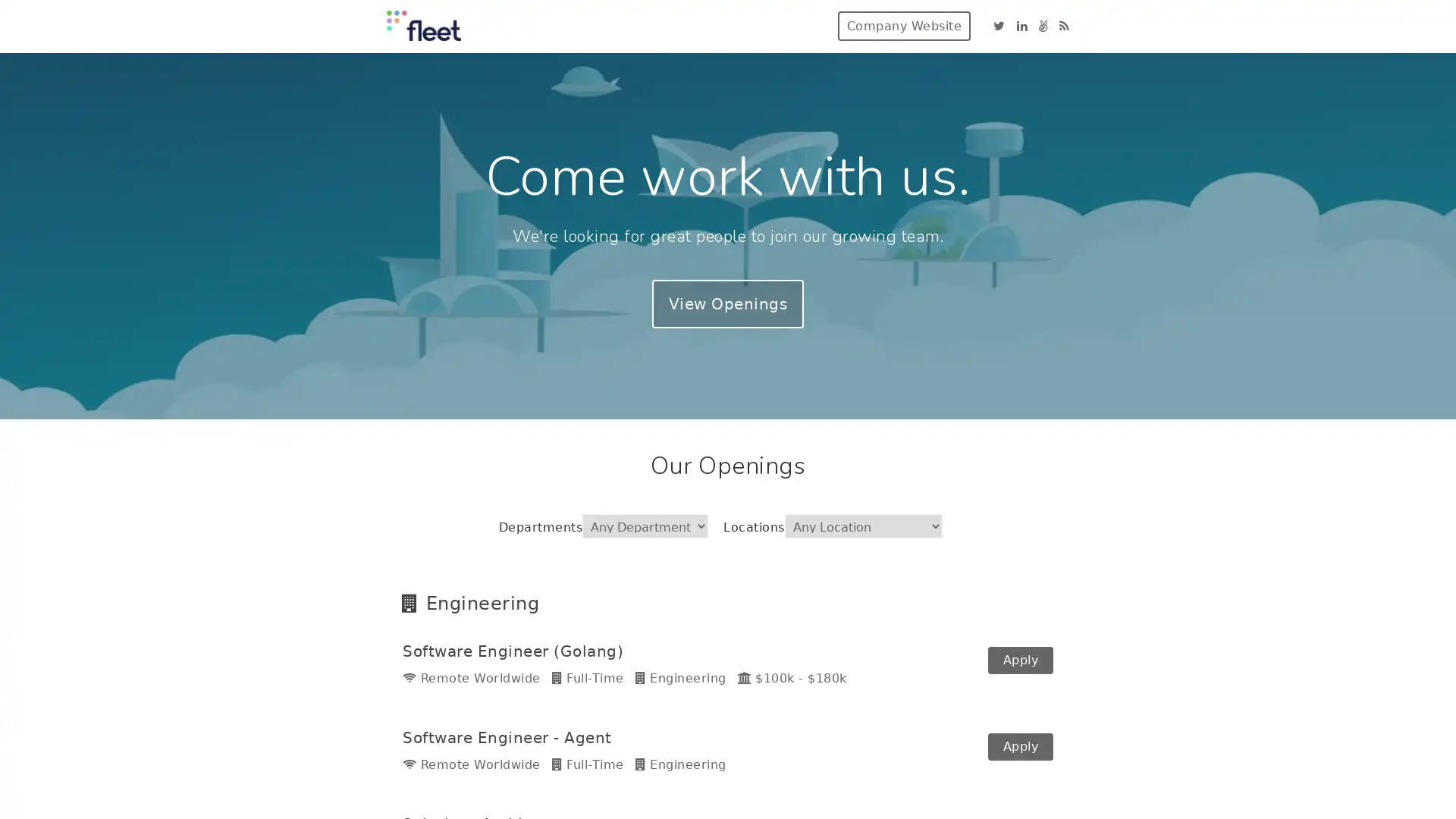 The width and height of the screenshot is (1456, 819). Describe the element at coordinates (1020, 760) in the screenshot. I see `Apply` at that location.